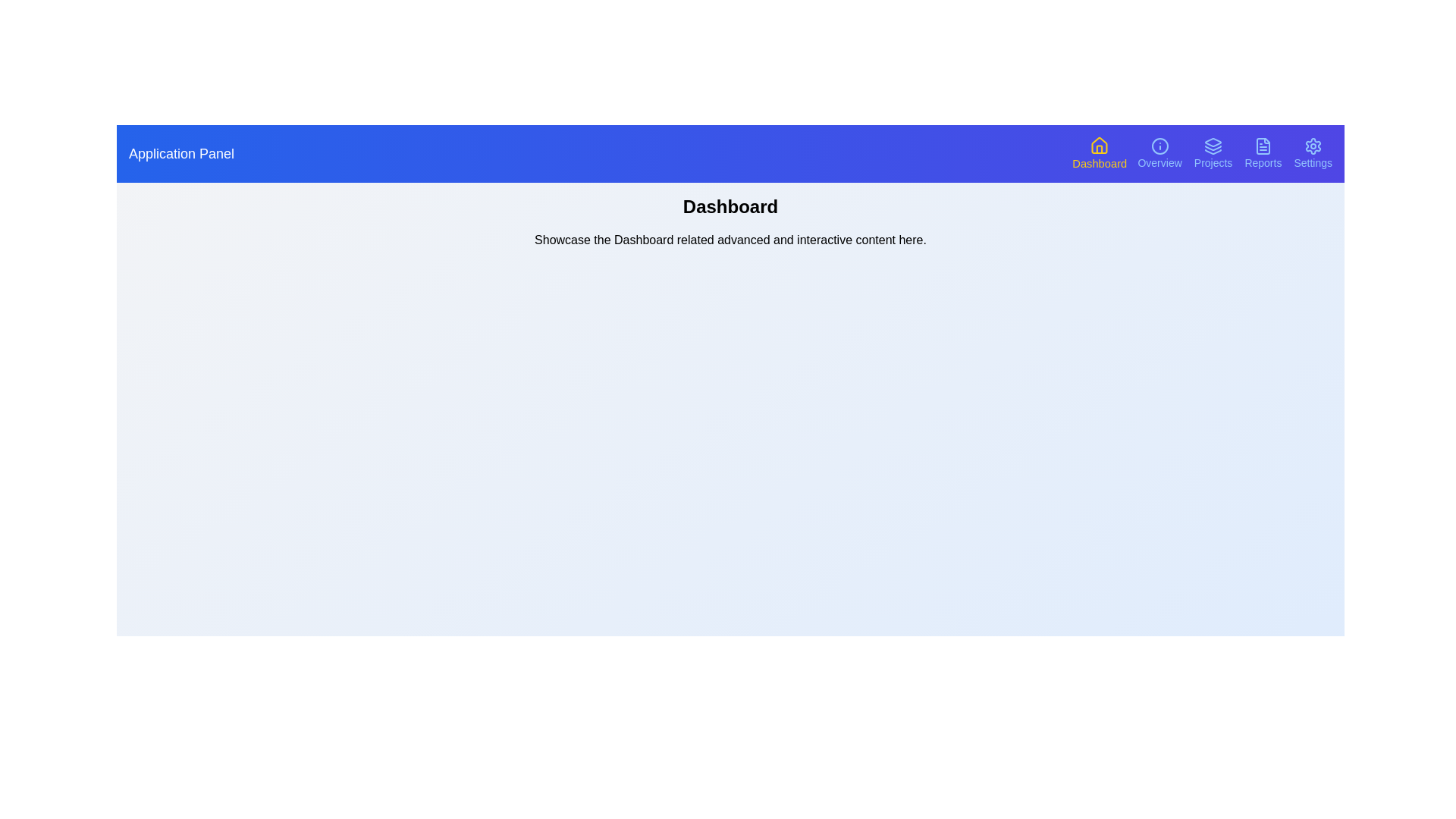 The height and width of the screenshot is (819, 1456). I want to click on the Reports section by clicking its corresponding navigation button, so click(1263, 154).